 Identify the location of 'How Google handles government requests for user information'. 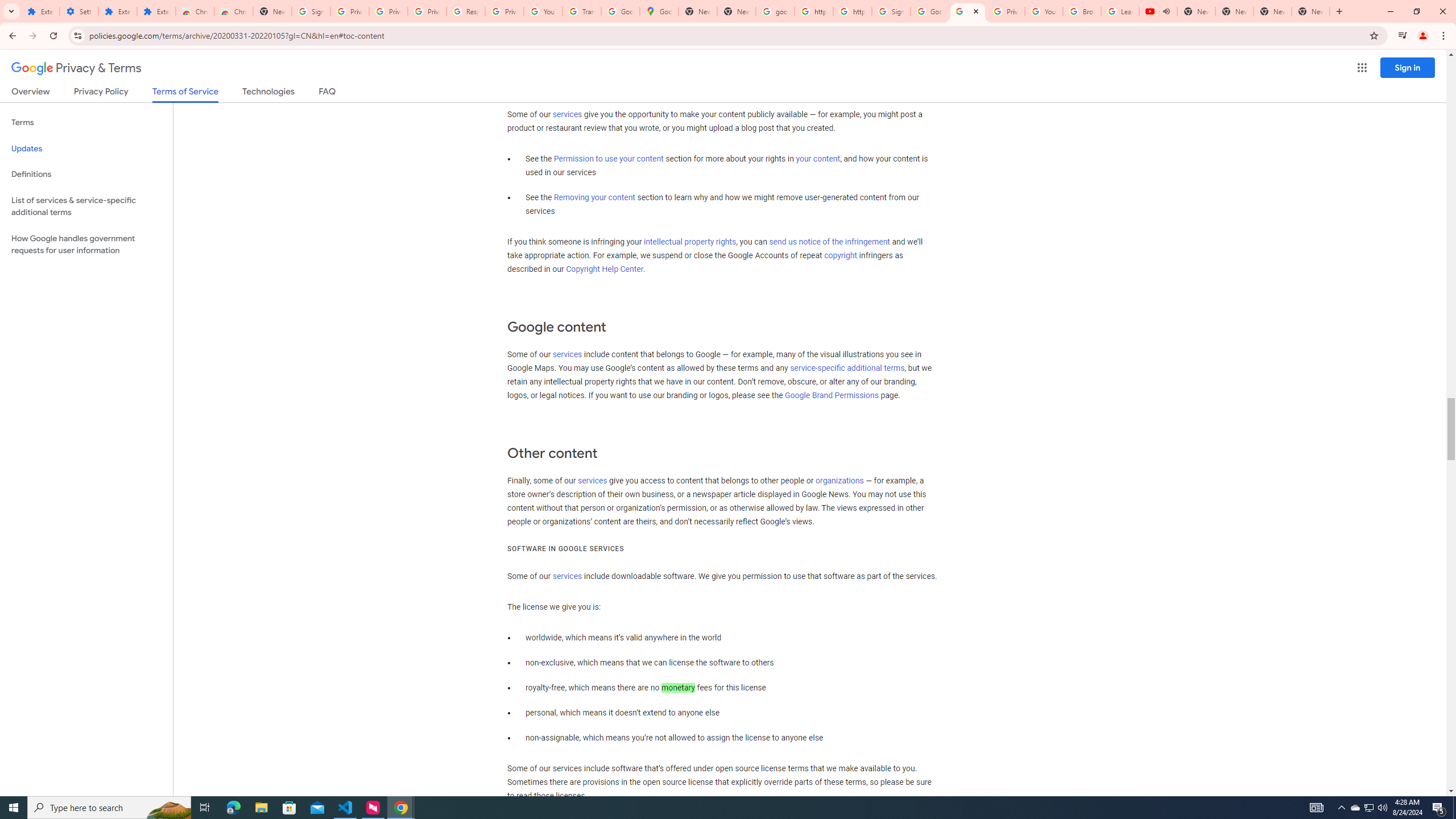
(86, 243).